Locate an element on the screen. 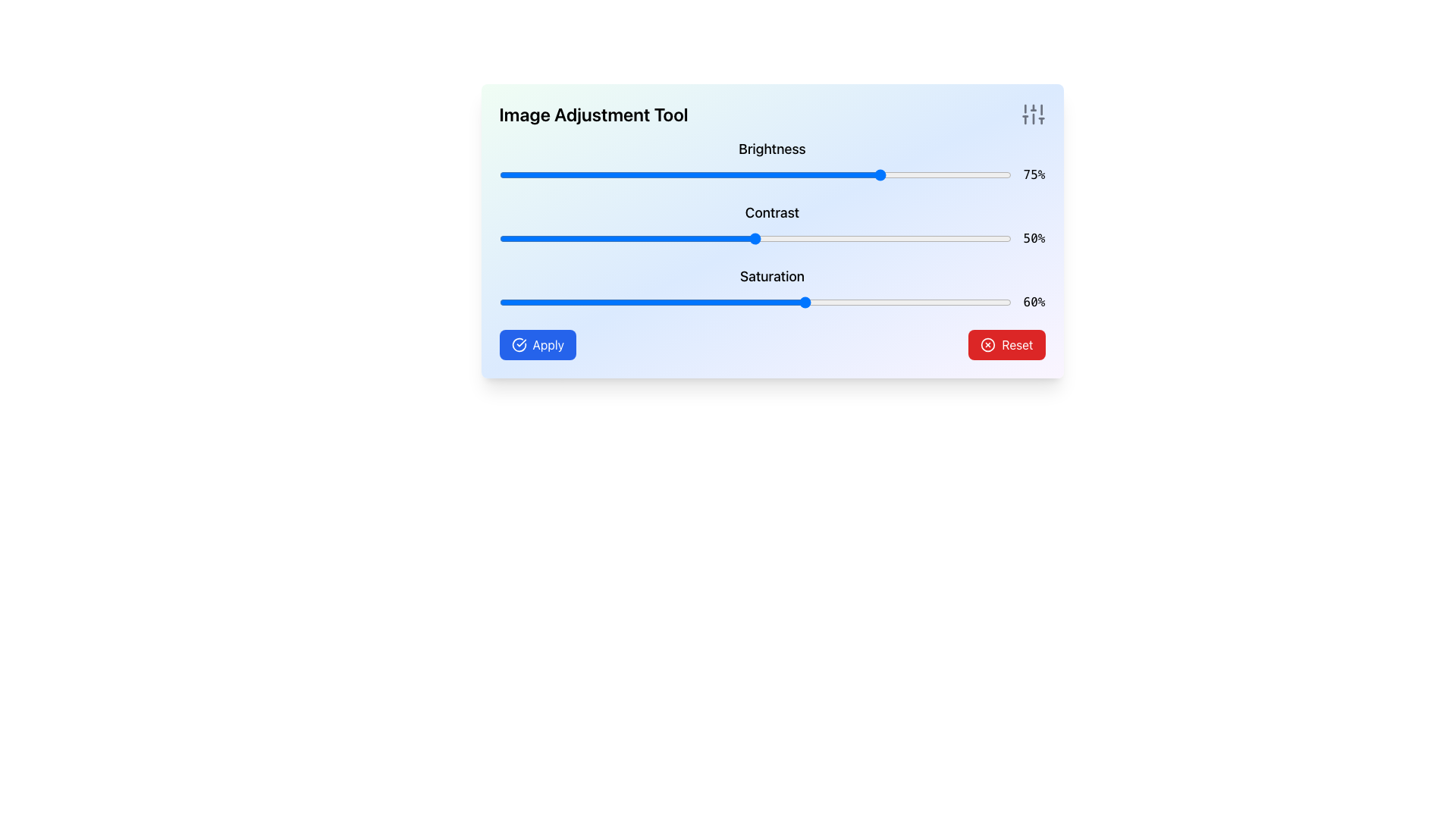 The height and width of the screenshot is (819, 1456). the brightness is located at coordinates (831, 174).